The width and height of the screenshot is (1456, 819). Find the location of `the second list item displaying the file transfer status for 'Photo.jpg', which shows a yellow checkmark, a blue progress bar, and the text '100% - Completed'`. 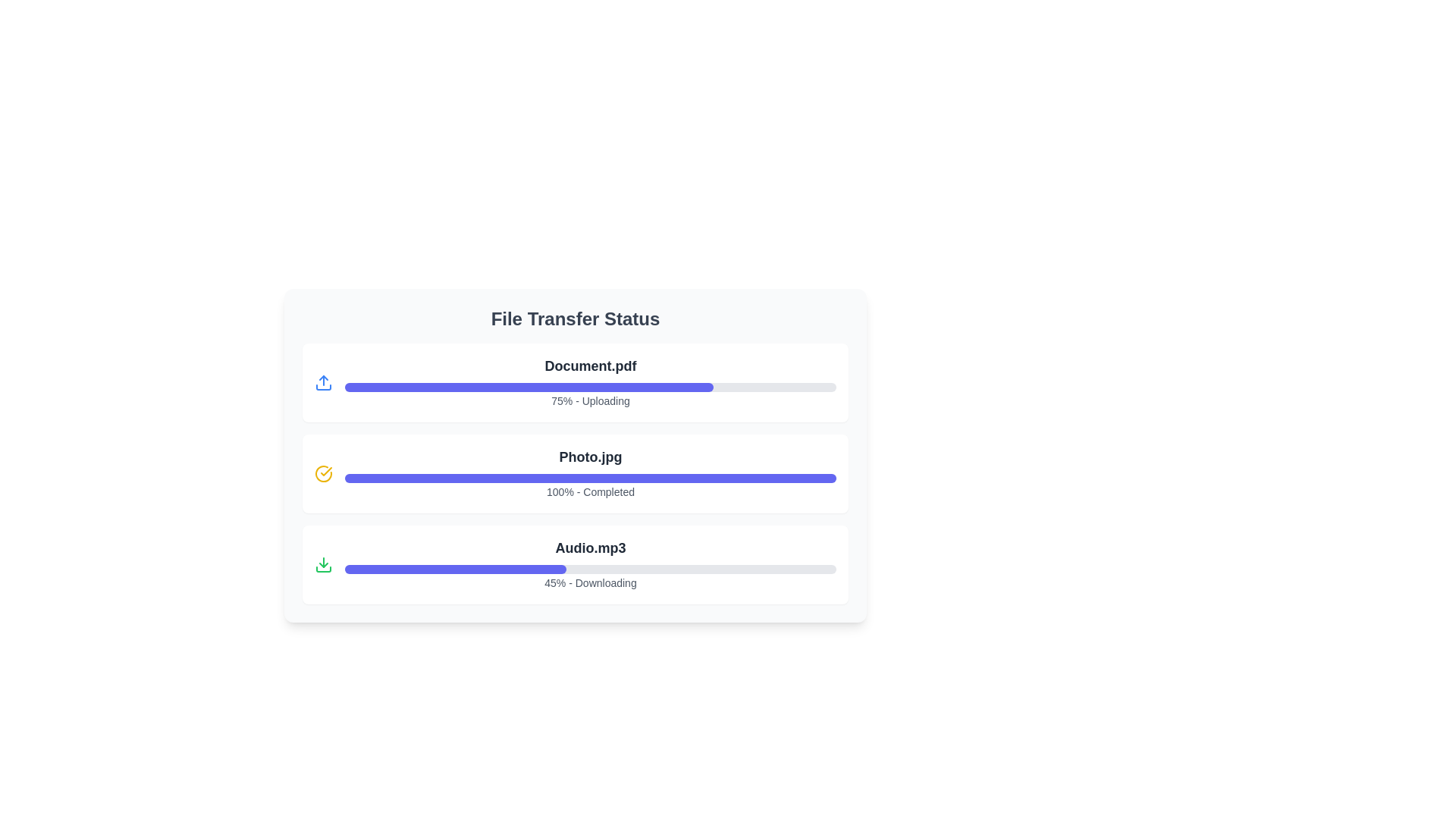

the second list item displaying the file transfer status for 'Photo.jpg', which shows a yellow checkmark, a blue progress bar, and the text '100% - Completed' is located at coordinates (574, 472).